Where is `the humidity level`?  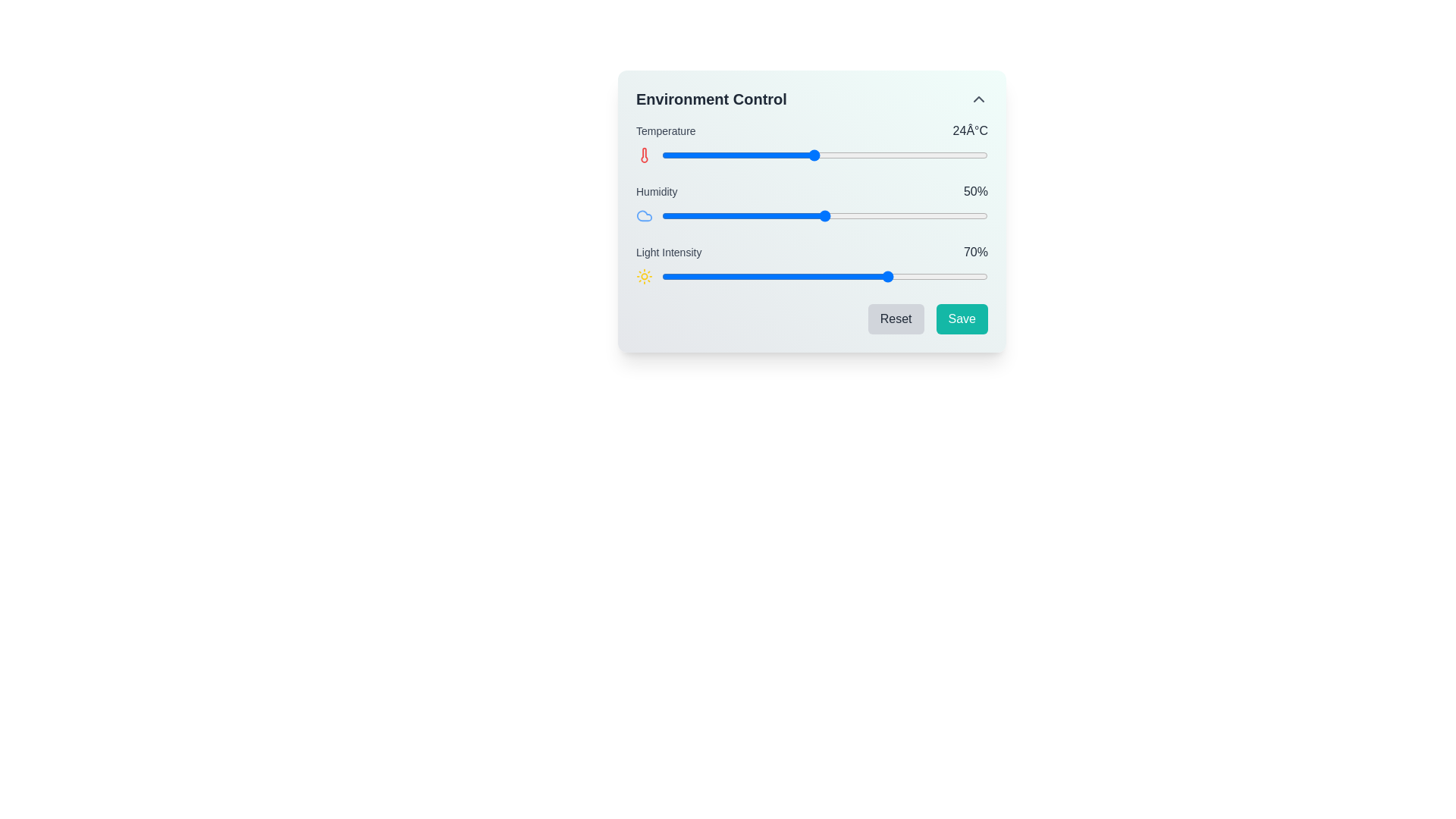
the humidity level is located at coordinates (680, 216).